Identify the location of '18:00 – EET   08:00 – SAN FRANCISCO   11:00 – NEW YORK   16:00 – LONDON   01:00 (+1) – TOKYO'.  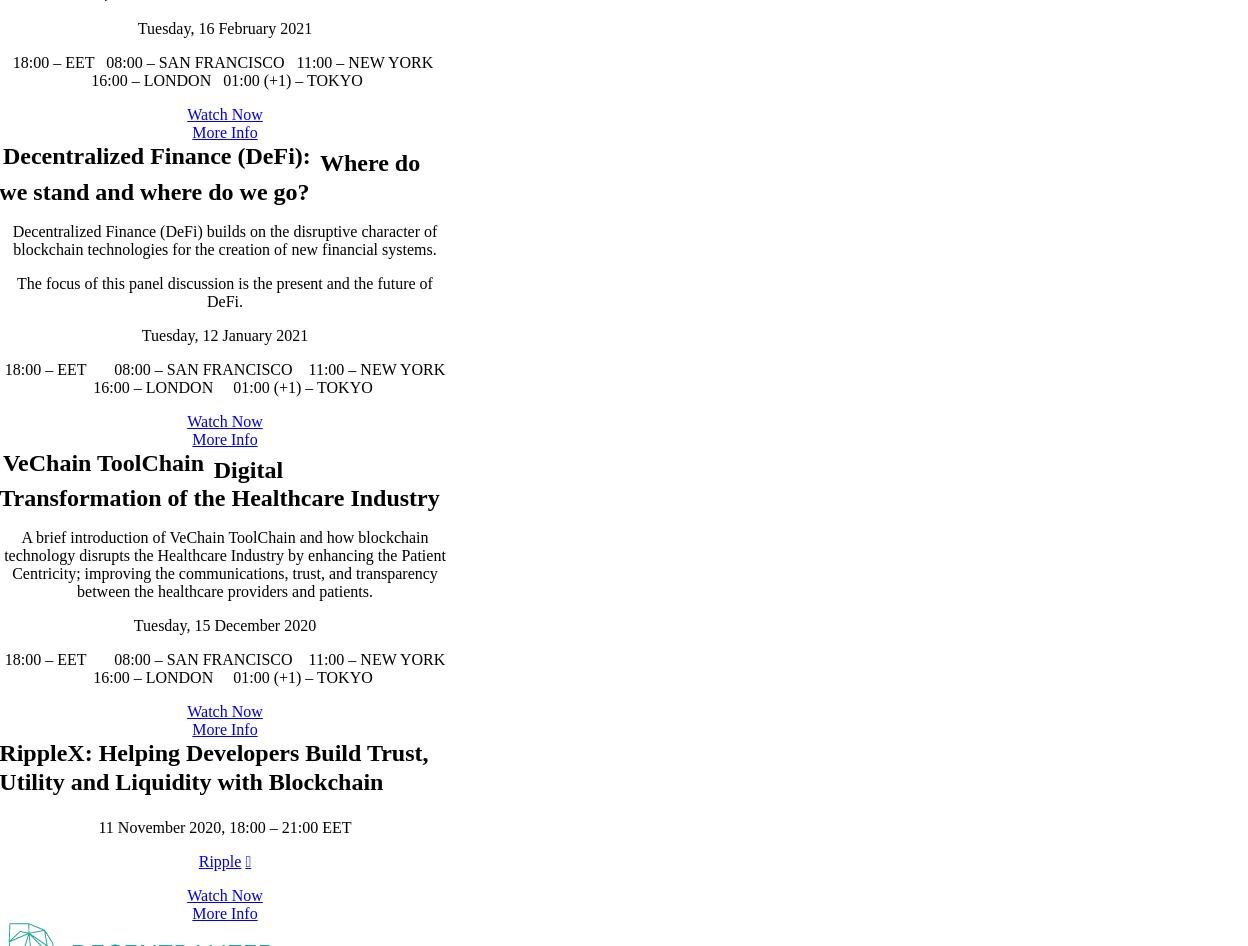
(224, 215).